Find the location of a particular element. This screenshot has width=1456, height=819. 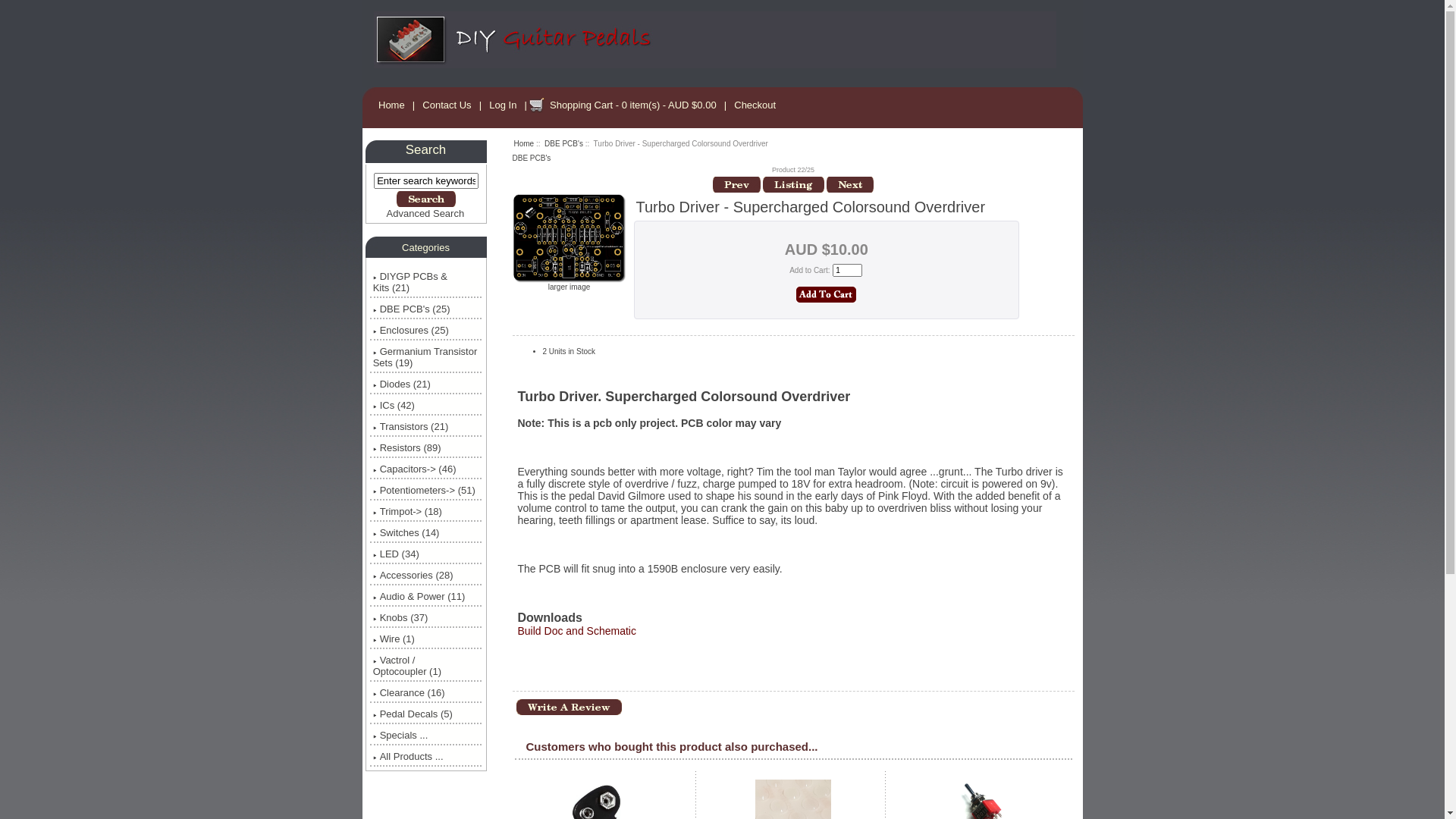

'Trimpot-> (18)' is located at coordinates (425, 511).